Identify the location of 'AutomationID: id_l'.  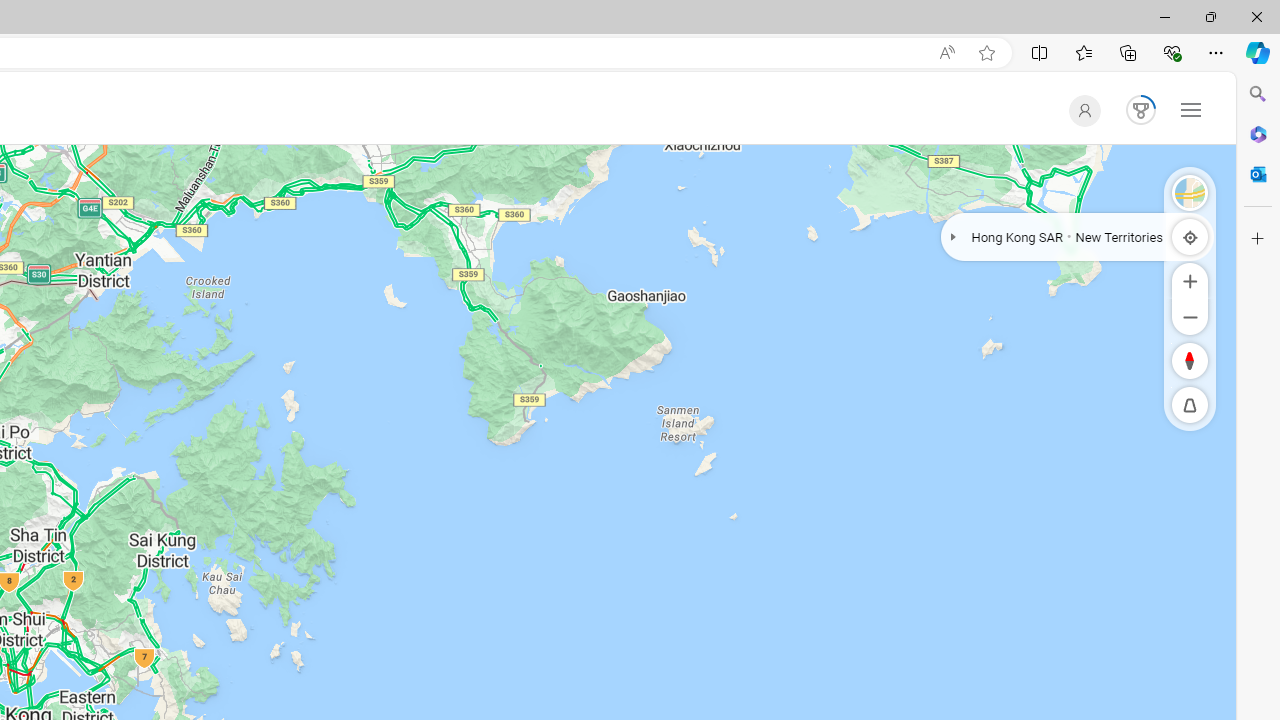
(1079, 110).